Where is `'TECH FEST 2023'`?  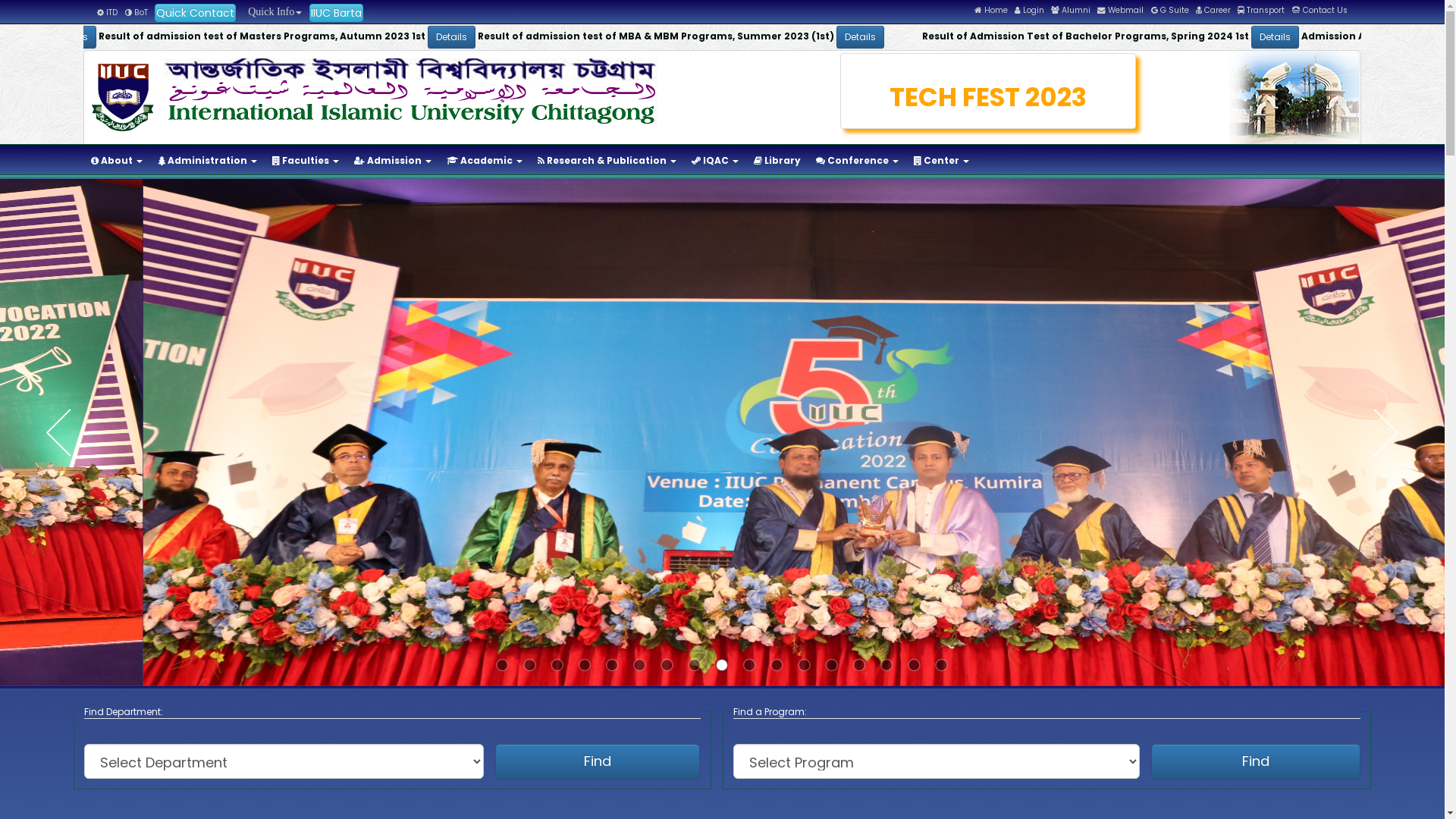 'TECH FEST 2023' is located at coordinates (988, 97).